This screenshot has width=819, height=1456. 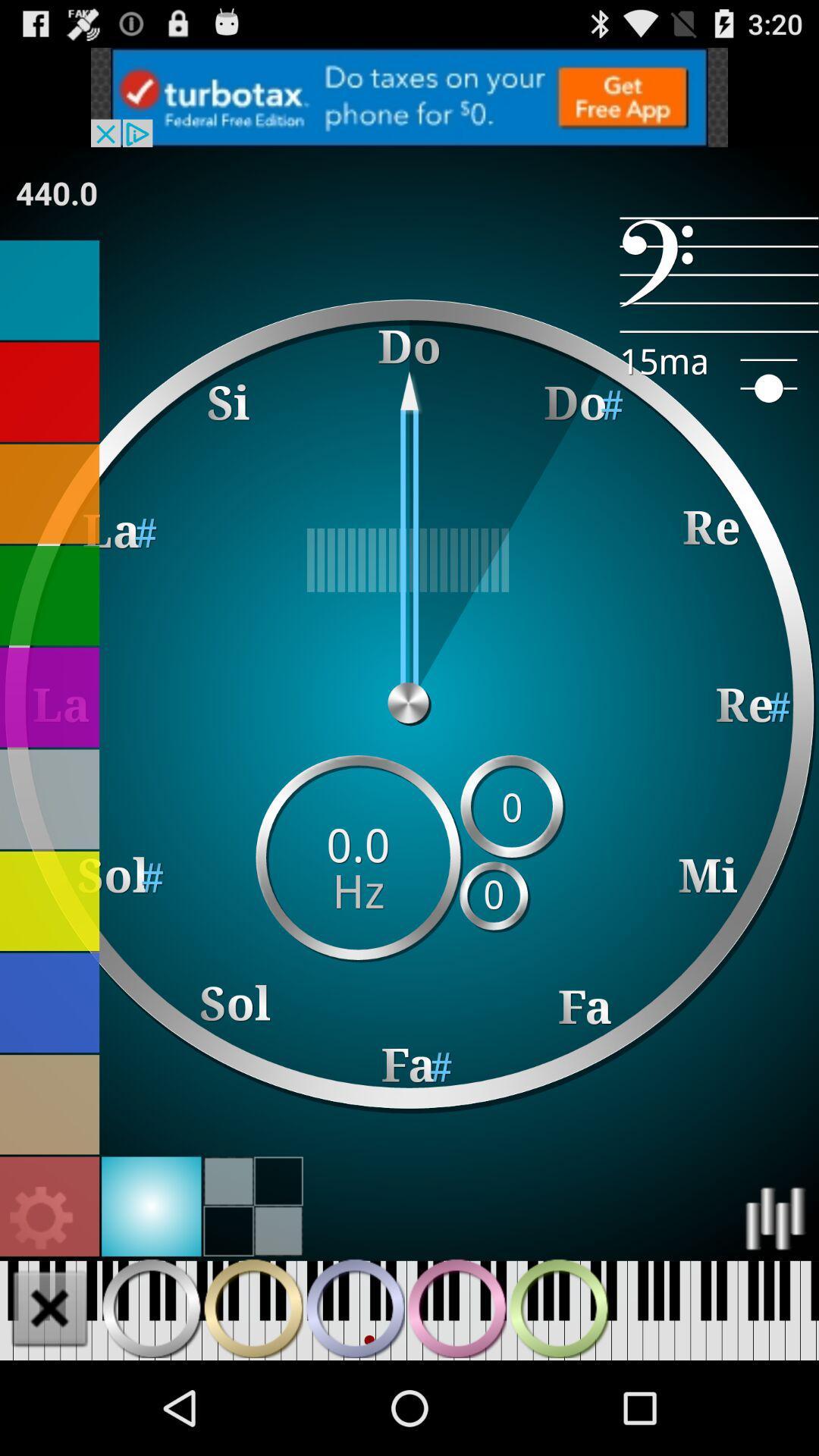 What do you see at coordinates (253, 1307) in the screenshot?
I see `click piyano button` at bounding box center [253, 1307].